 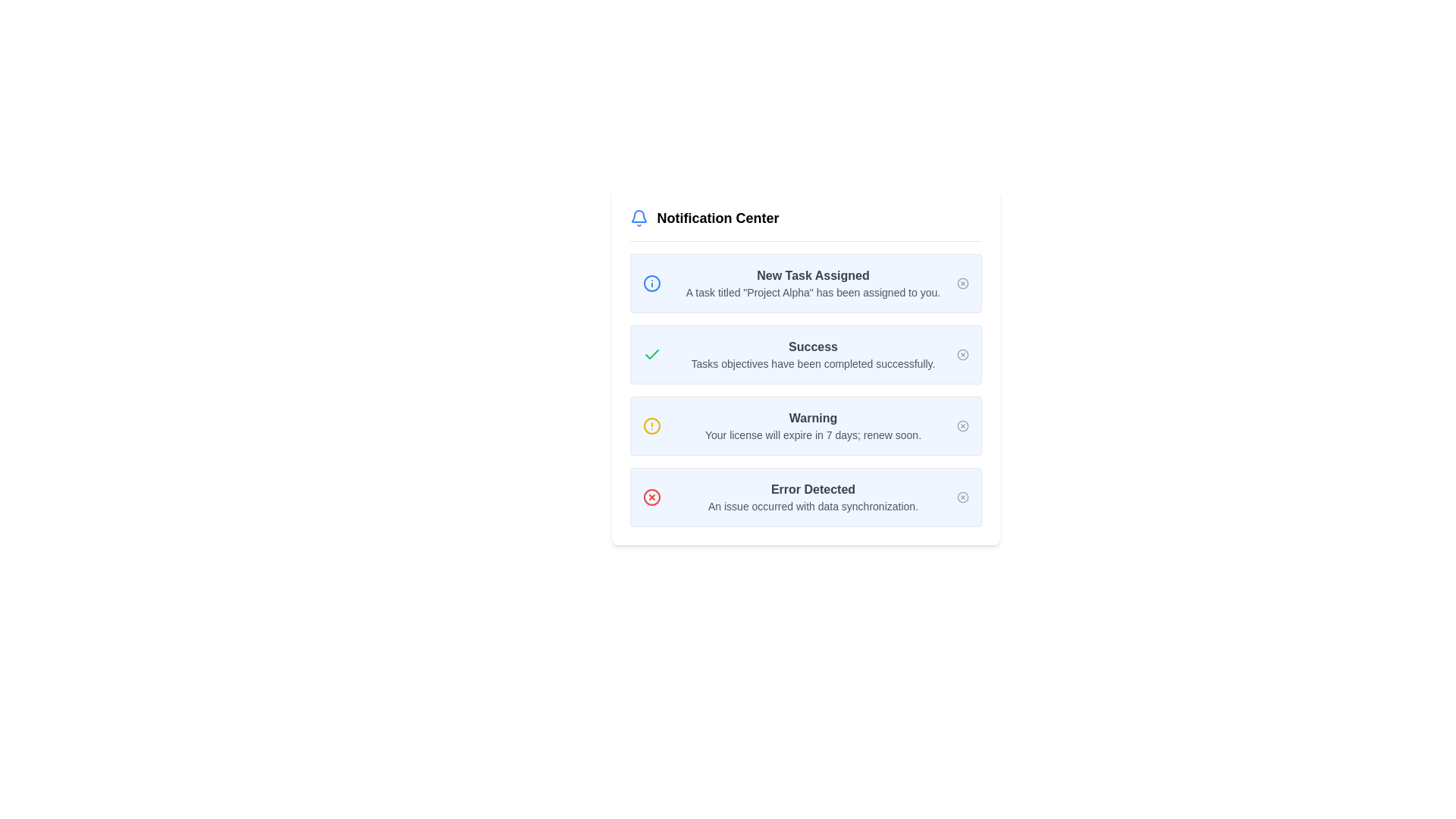 What do you see at coordinates (812, 497) in the screenshot?
I see `the error notification message located at the bottom of the notification list, which follows notifications titled 'New Task Assigned,' 'Success,' and 'Warning.'` at bounding box center [812, 497].